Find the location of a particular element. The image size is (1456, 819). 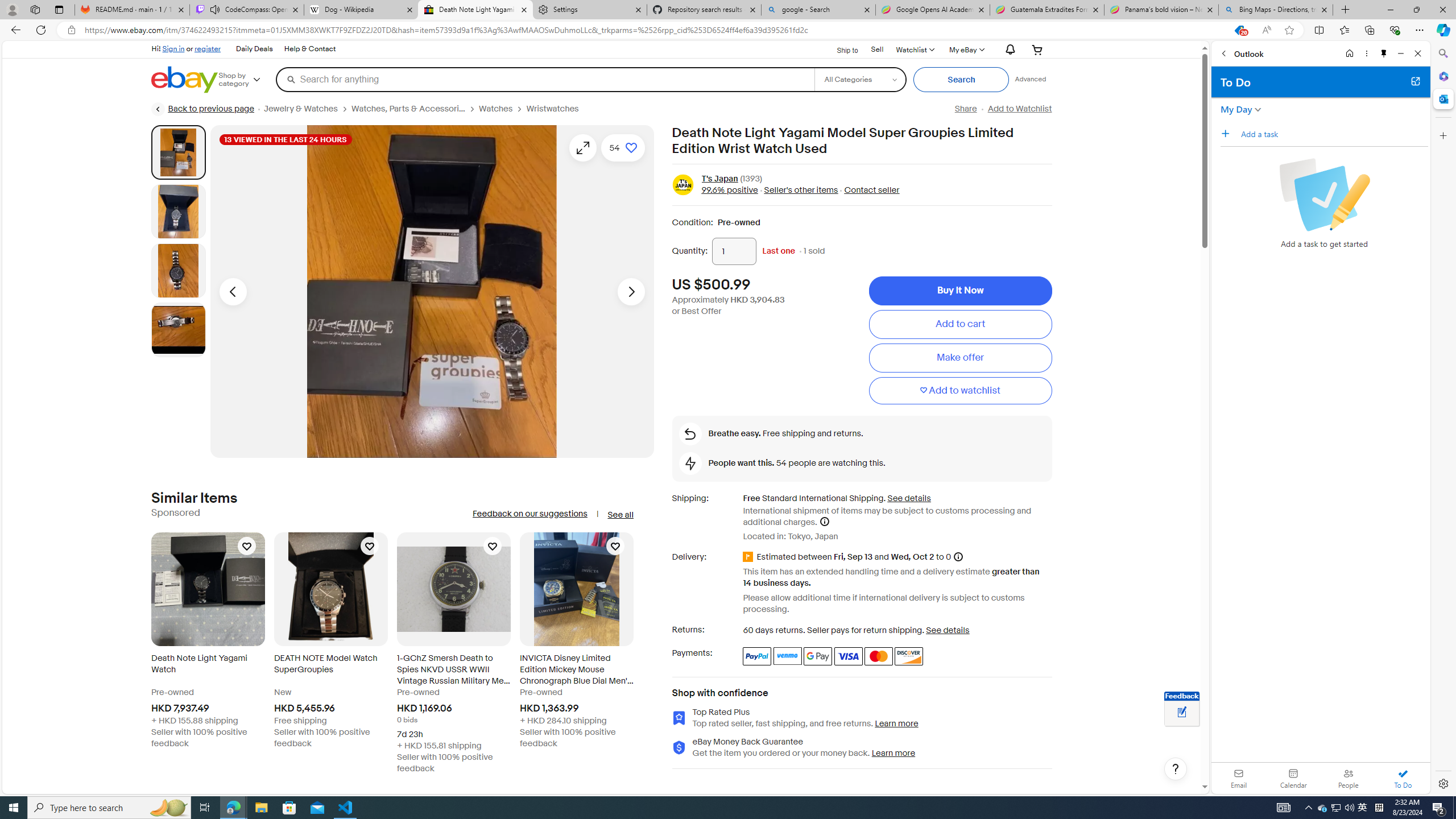

'Search for anything' is located at coordinates (544, 78).